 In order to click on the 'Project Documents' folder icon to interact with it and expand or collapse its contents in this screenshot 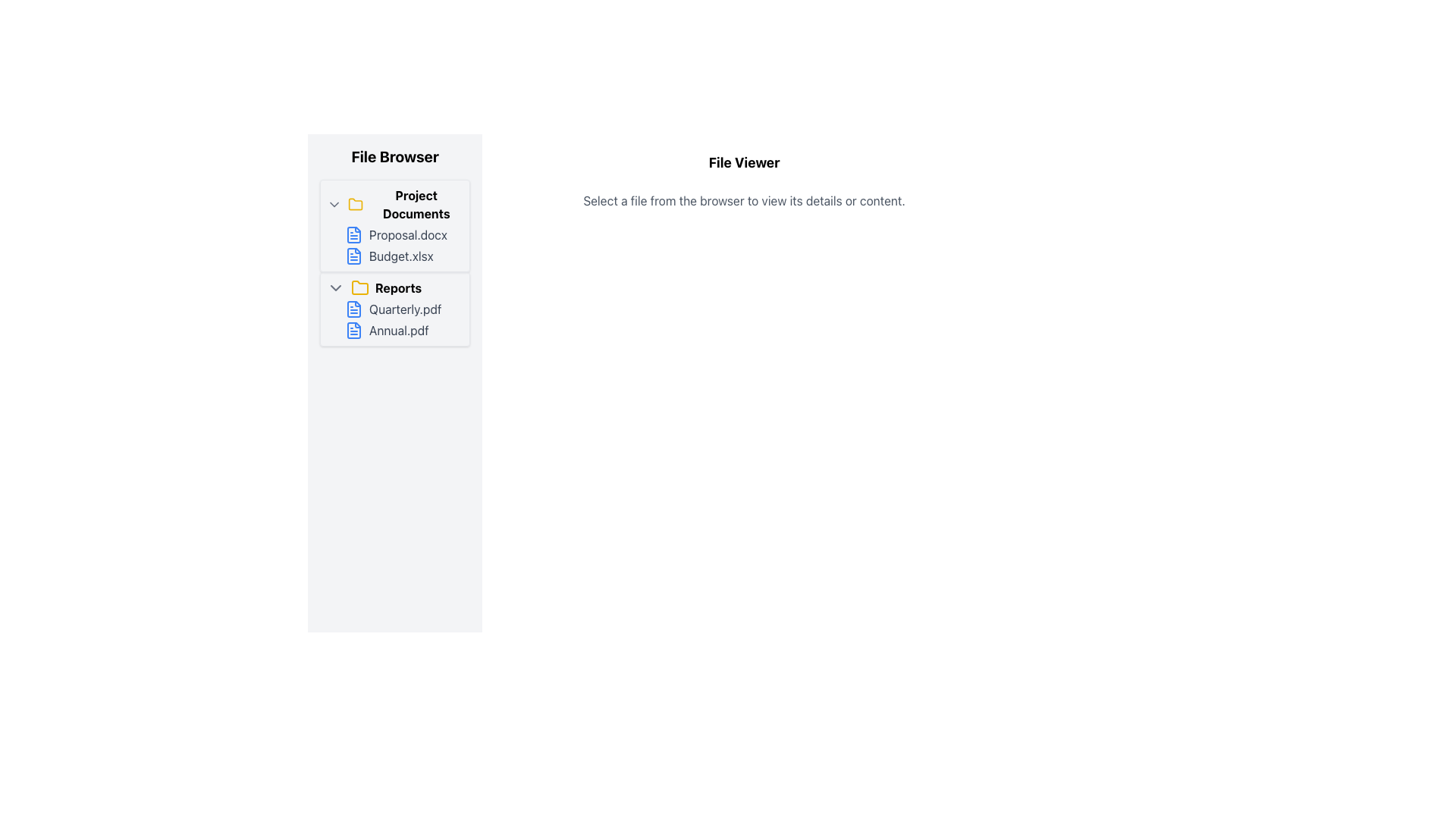, I will do `click(355, 205)`.